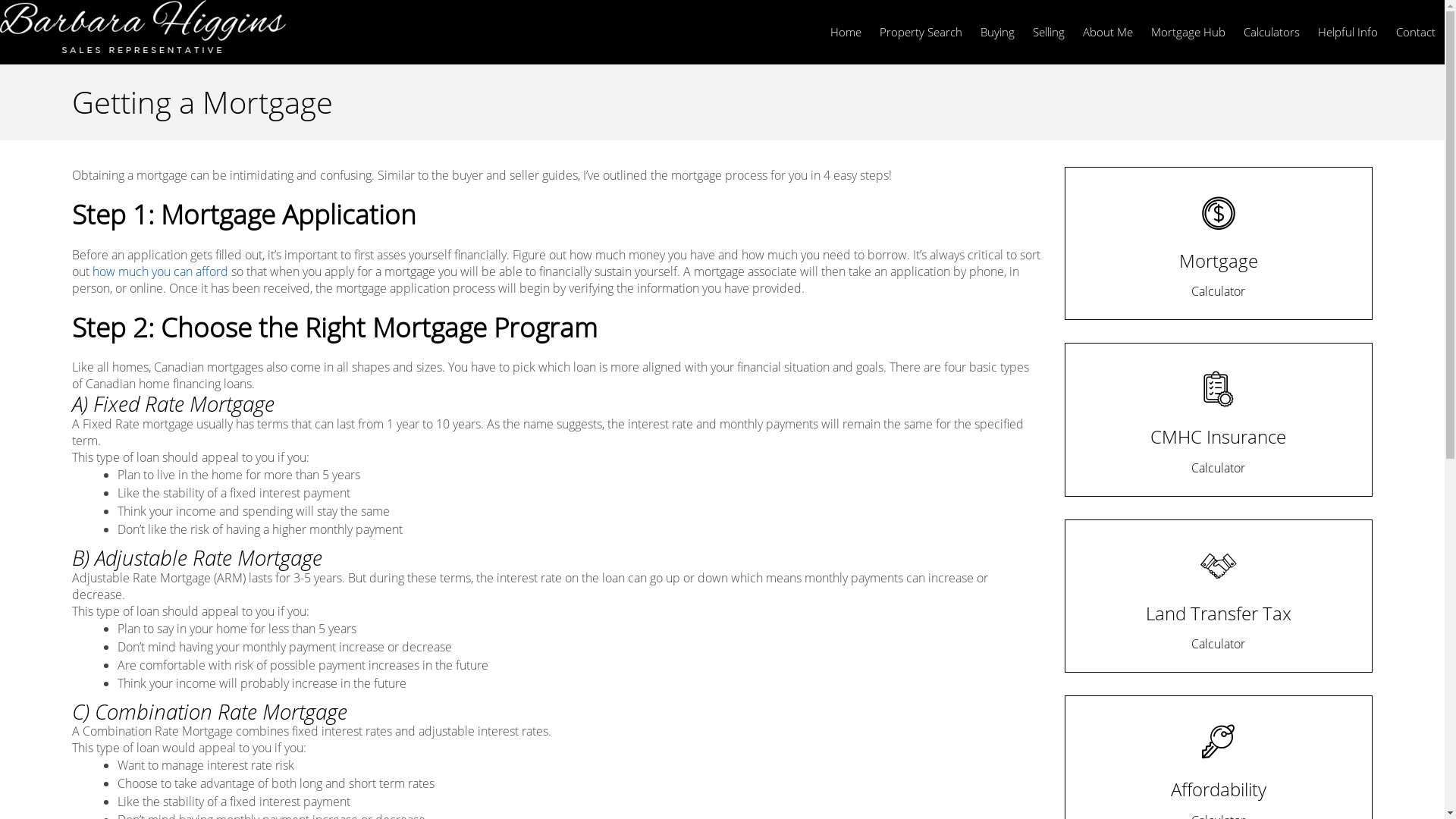 Image resolution: width=1456 pixels, height=819 pixels. What do you see at coordinates (997, 32) in the screenshot?
I see `'Buying'` at bounding box center [997, 32].